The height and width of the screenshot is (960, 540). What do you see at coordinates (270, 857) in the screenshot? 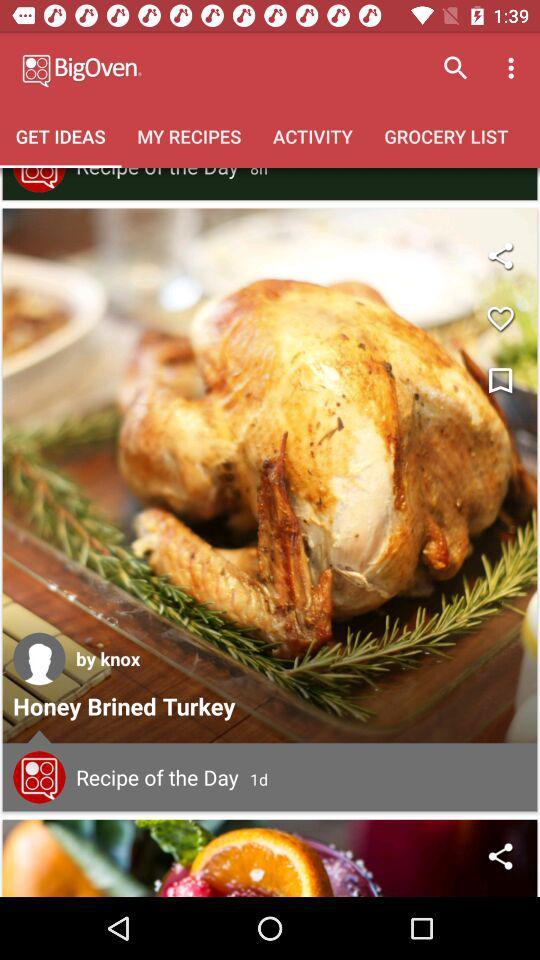
I see `a place to view a recipe which contains orange` at bounding box center [270, 857].